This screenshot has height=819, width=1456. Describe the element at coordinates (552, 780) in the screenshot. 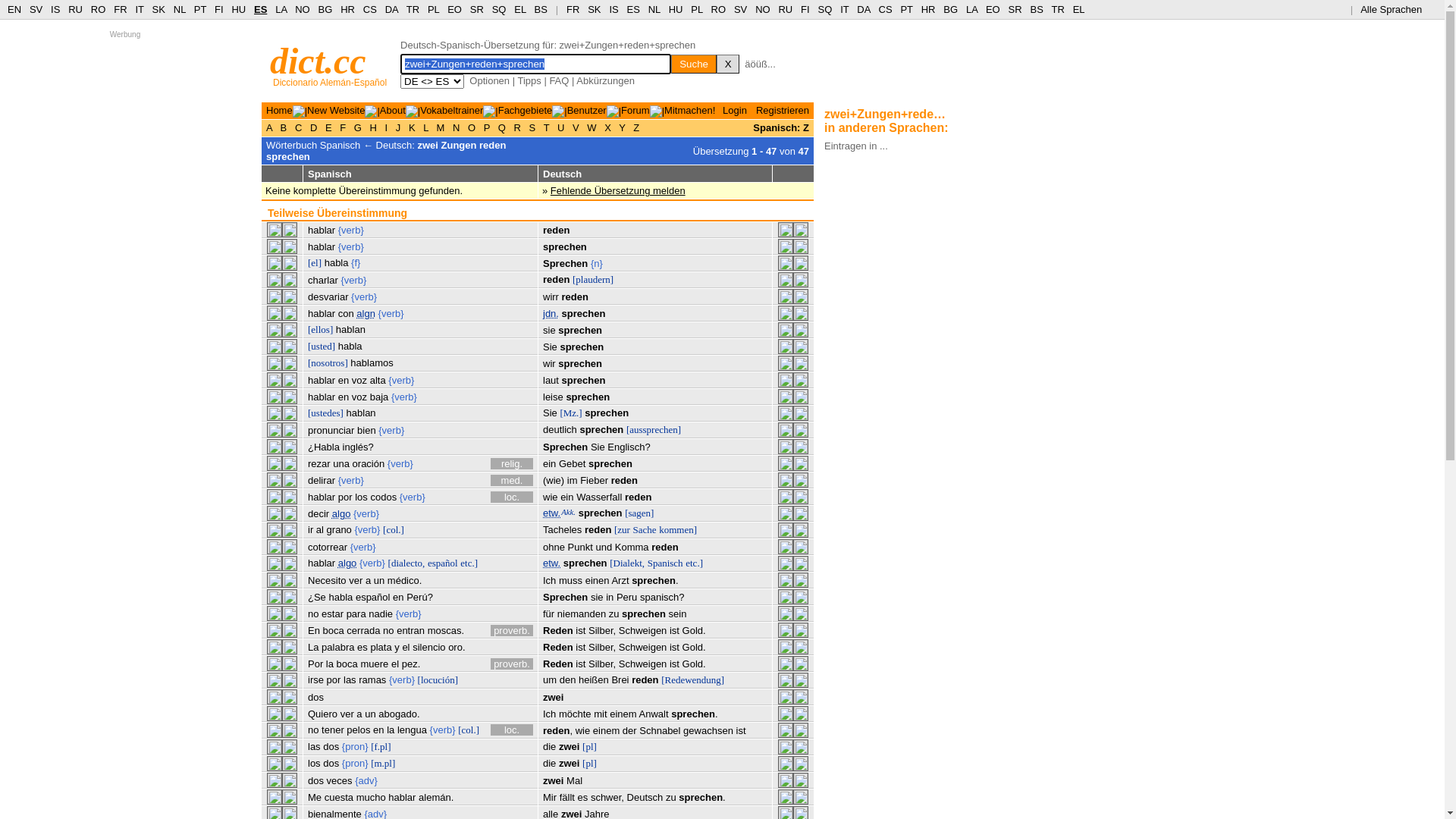

I see `'zwei'` at that location.